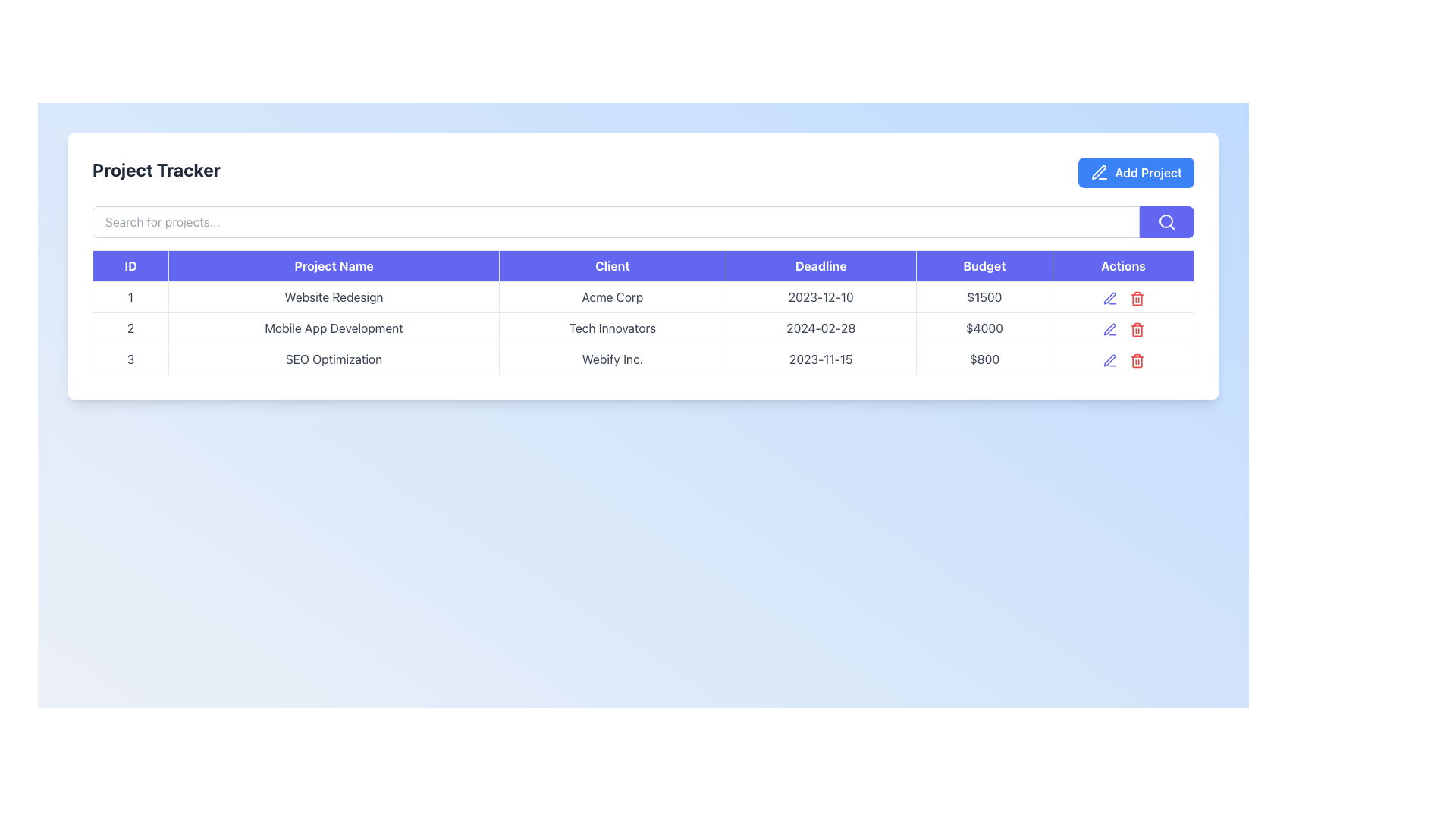 The image size is (1456, 819). Describe the element at coordinates (333, 327) in the screenshot. I see `to select the row containing the 'Mobile App Development' text display cell in the 'Project Name' column of the project tracker interface` at that location.